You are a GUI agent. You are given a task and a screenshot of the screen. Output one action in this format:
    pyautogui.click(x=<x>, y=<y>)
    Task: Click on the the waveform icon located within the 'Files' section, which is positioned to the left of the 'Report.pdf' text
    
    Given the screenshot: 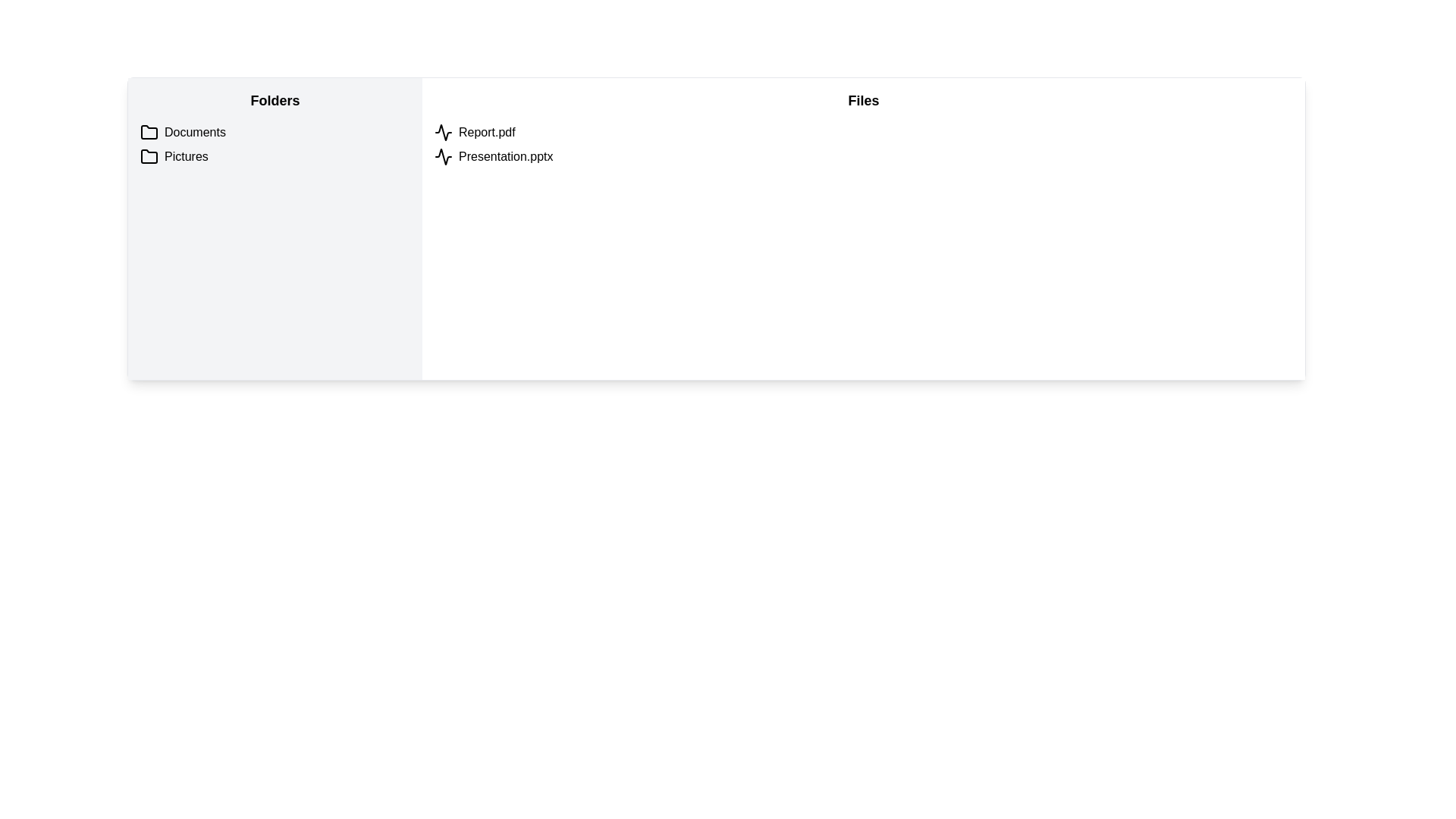 What is the action you would take?
    pyautogui.click(x=443, y=157)
    